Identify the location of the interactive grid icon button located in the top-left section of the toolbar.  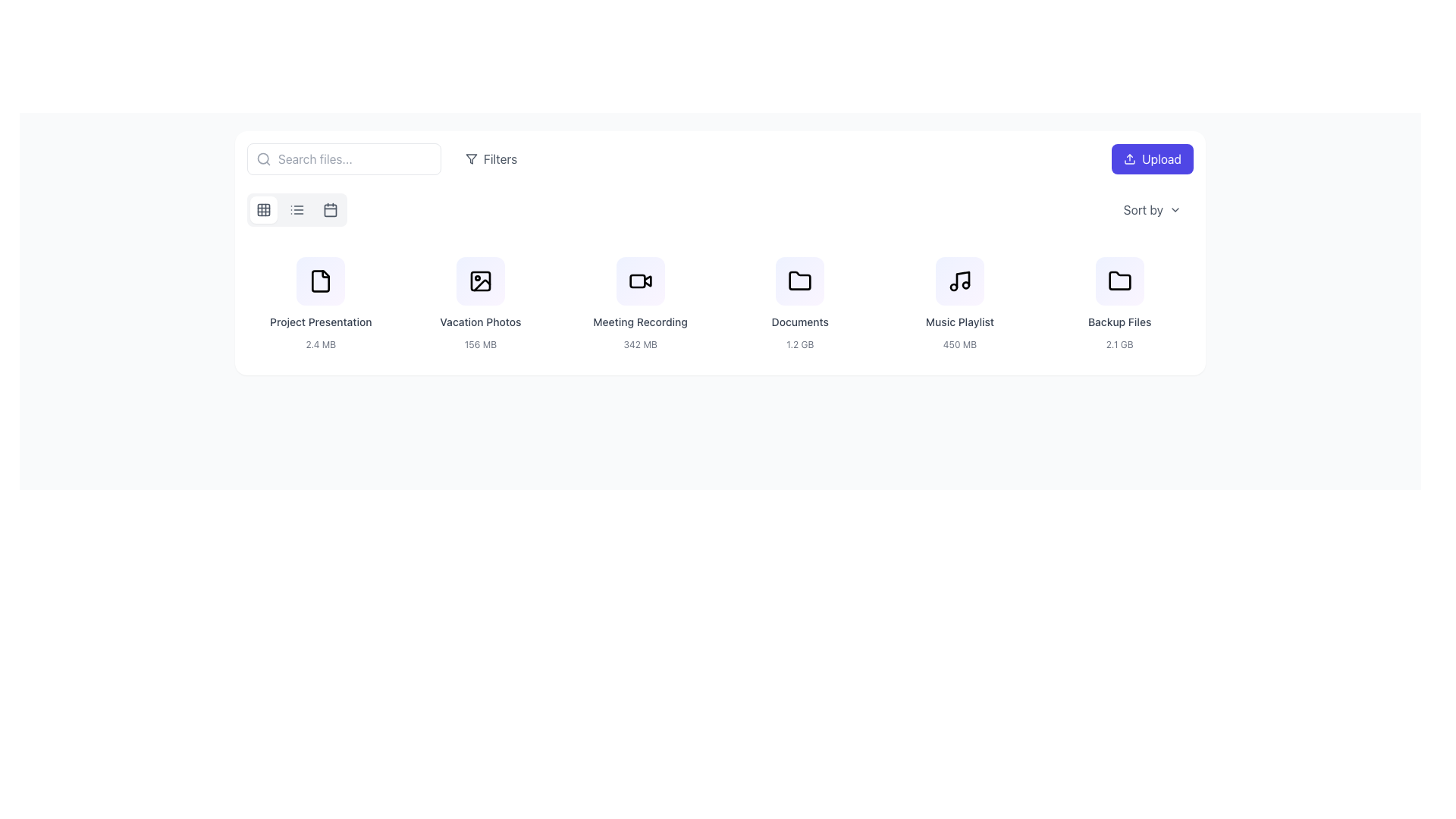
(263, 210).